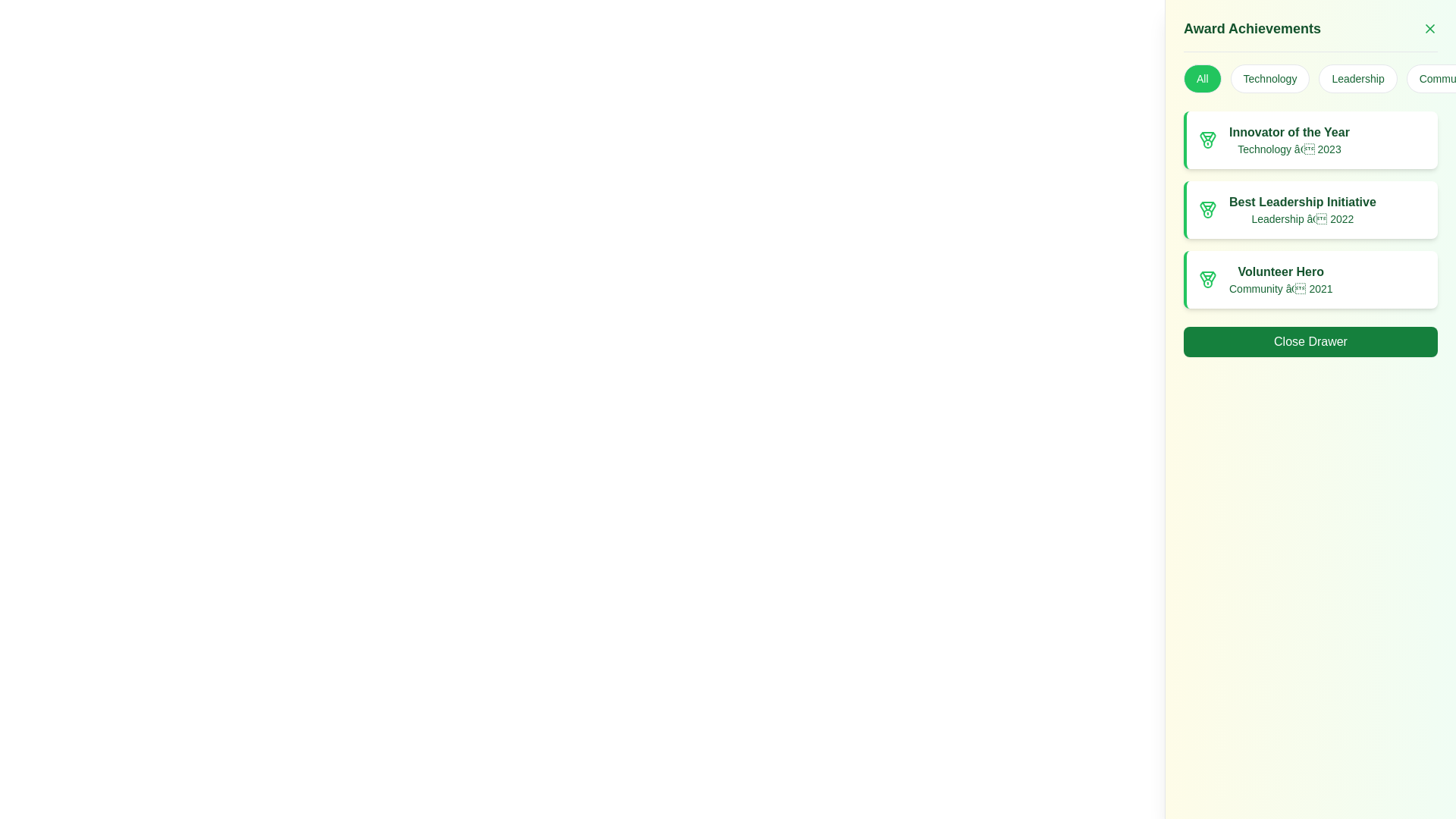 The width and height of the screenshot is (1456, 819). Describe the element at coordinates (1207, 277) in the screenshot. I see `the decorative shape within the 'Volunteer Hero' achievement medal icon, which is styled in green and located at the center-bottom of the top-right panel` at that location.